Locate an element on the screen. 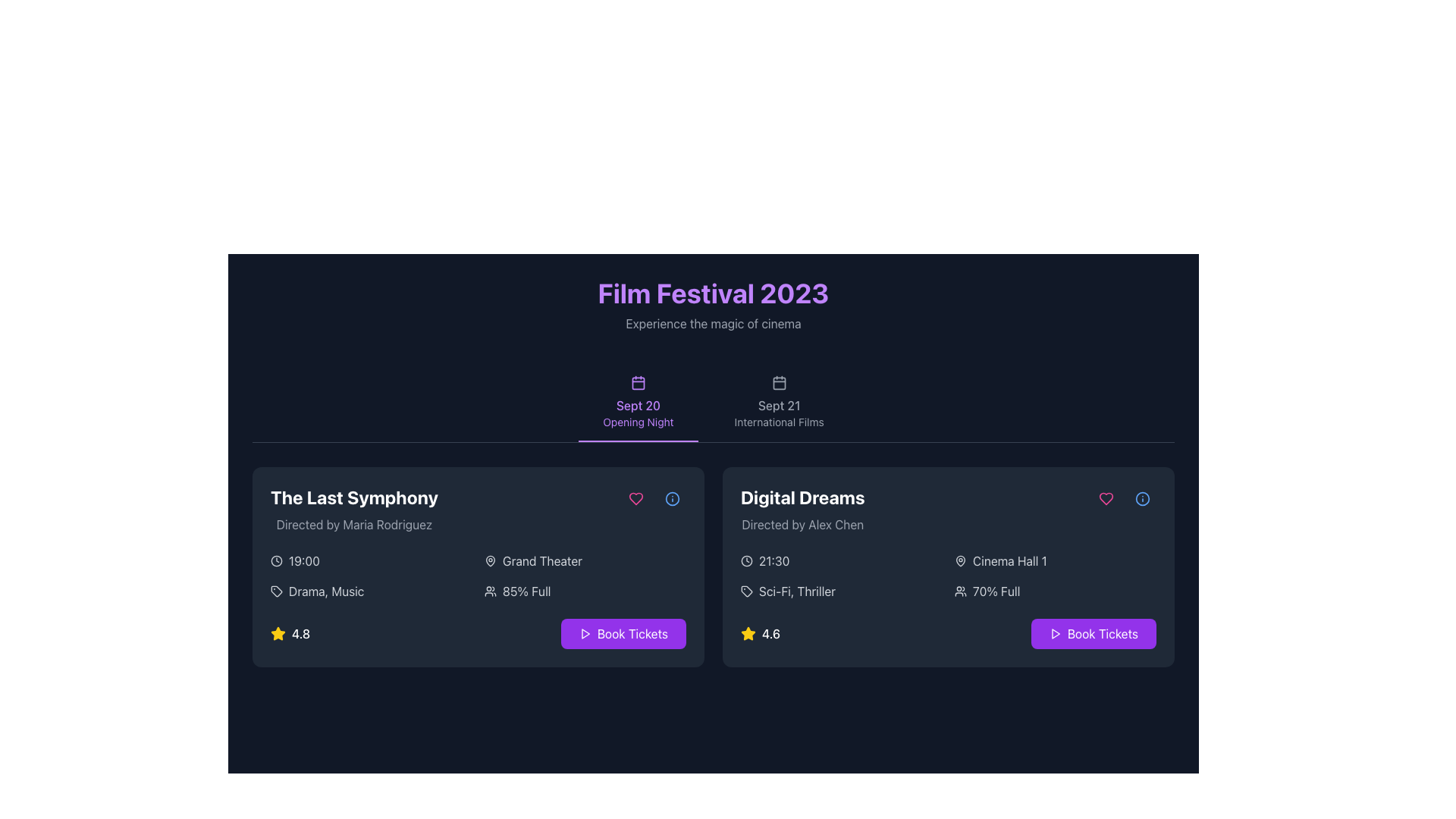 The width and height of the screenshot is (1456, 819). the yellow star-shaped Rating icon located on the right side of the comparison row for the movie 'Digital Dreams', next to the numeric rating value is located at coordinates (748, 633).